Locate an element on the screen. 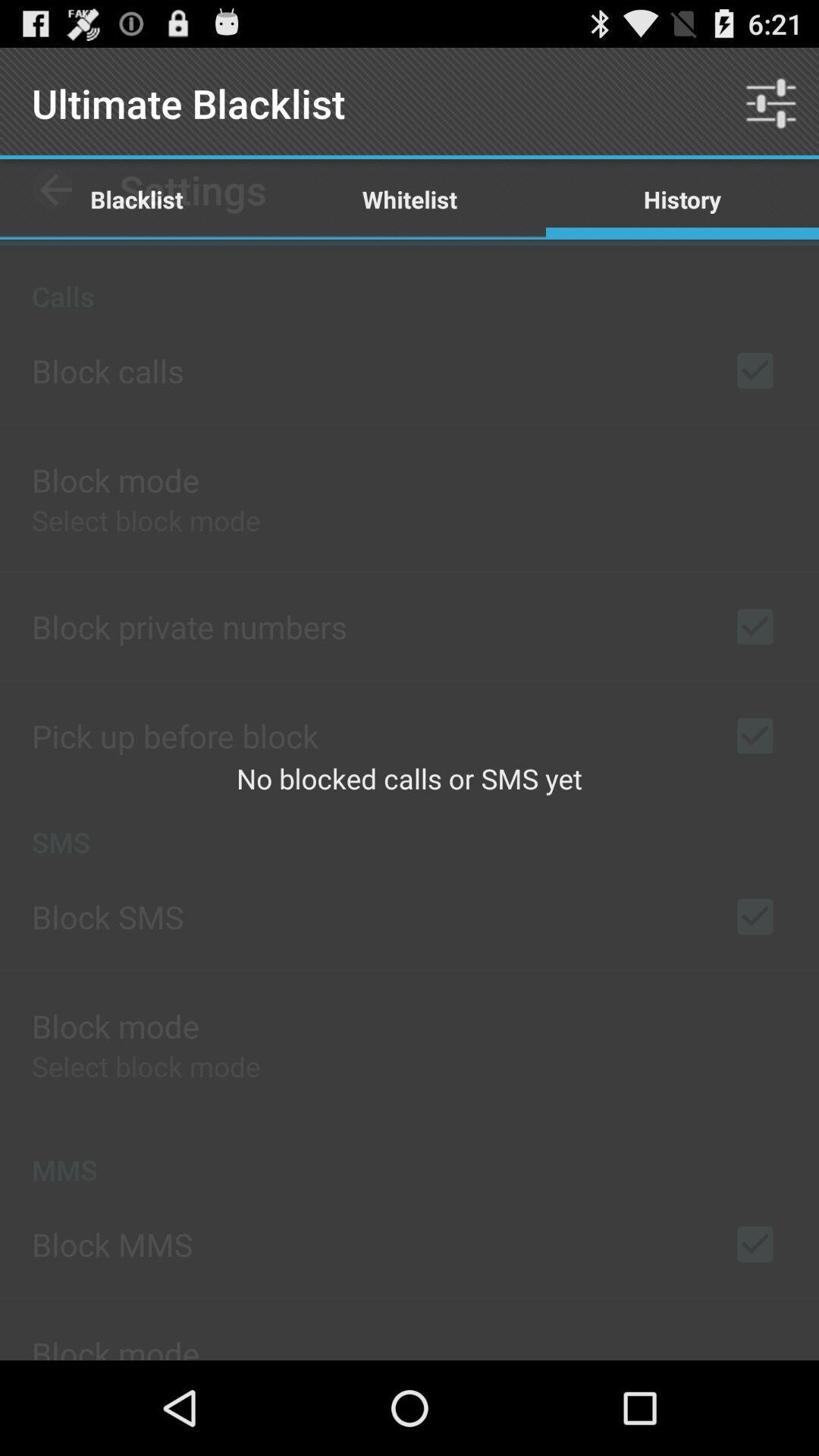 Image resolution: width=819 pixels, height=1456 pixels. the history icon is located at coordinates (681, 198).